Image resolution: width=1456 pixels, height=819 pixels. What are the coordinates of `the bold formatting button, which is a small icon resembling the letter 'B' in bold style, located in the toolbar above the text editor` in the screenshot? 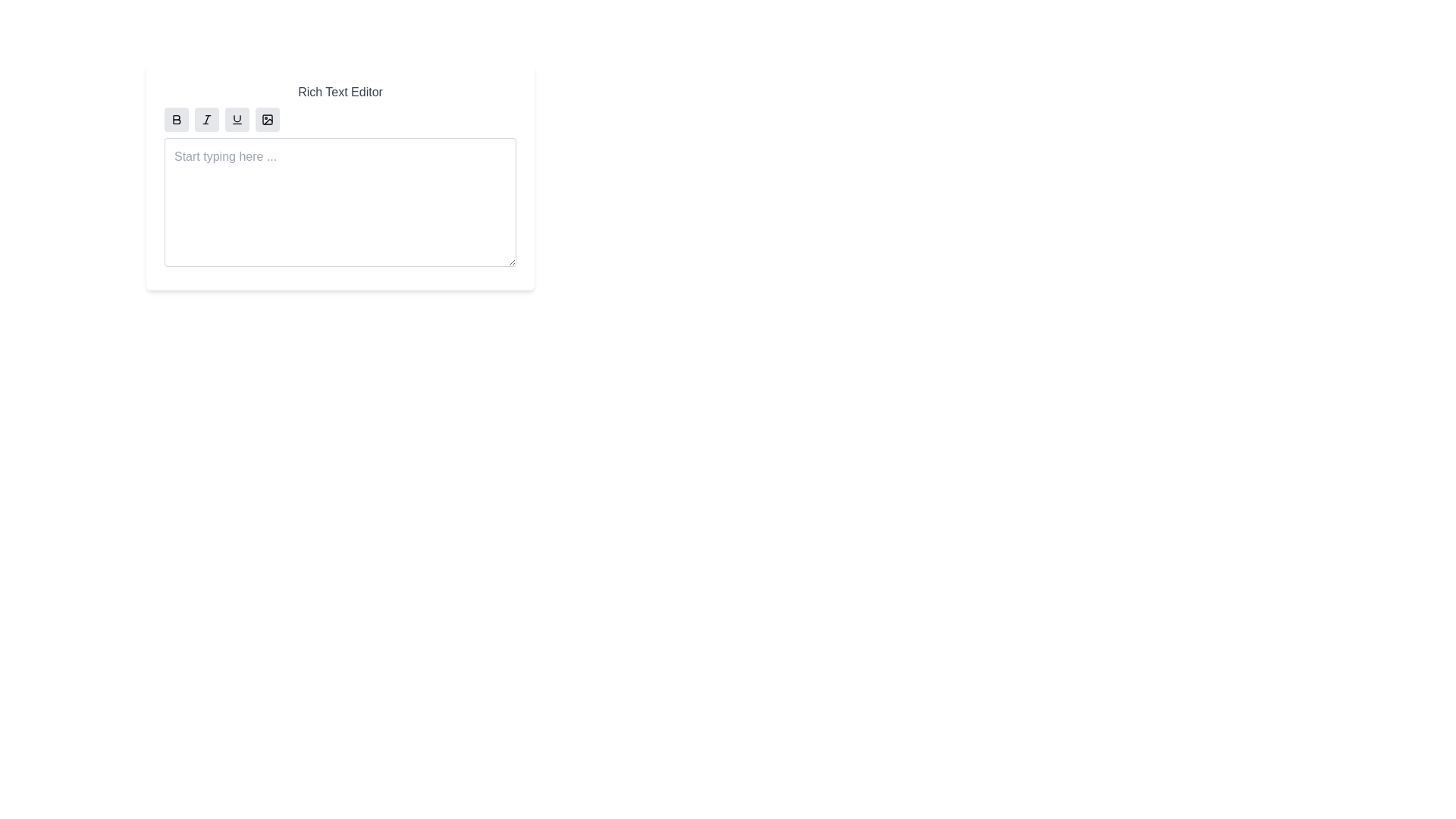 It's located at (177, 119).